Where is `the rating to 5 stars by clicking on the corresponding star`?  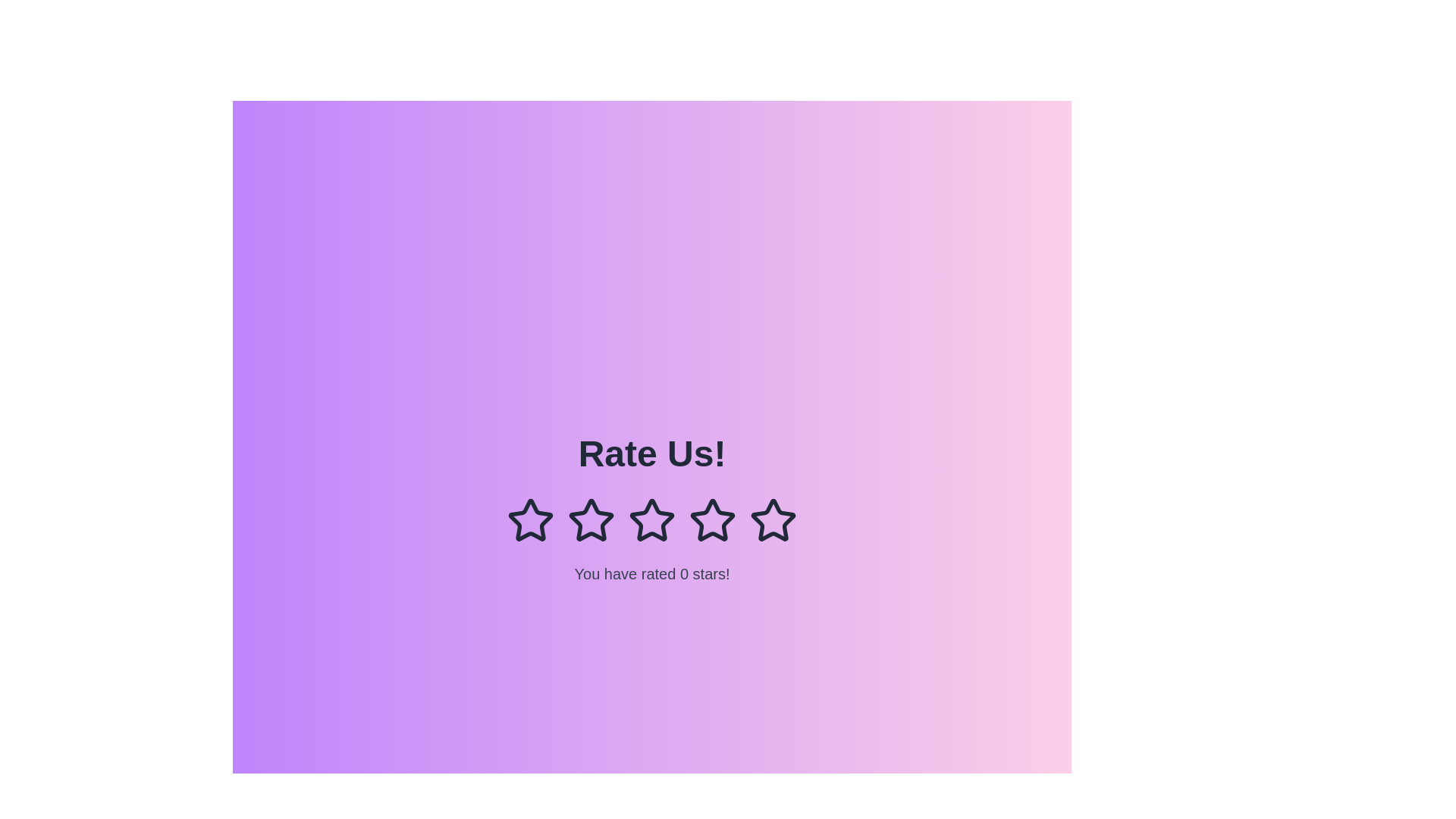 the rating to 5 stars by clicking on the corresponding star is located at coordinates (773, 519).